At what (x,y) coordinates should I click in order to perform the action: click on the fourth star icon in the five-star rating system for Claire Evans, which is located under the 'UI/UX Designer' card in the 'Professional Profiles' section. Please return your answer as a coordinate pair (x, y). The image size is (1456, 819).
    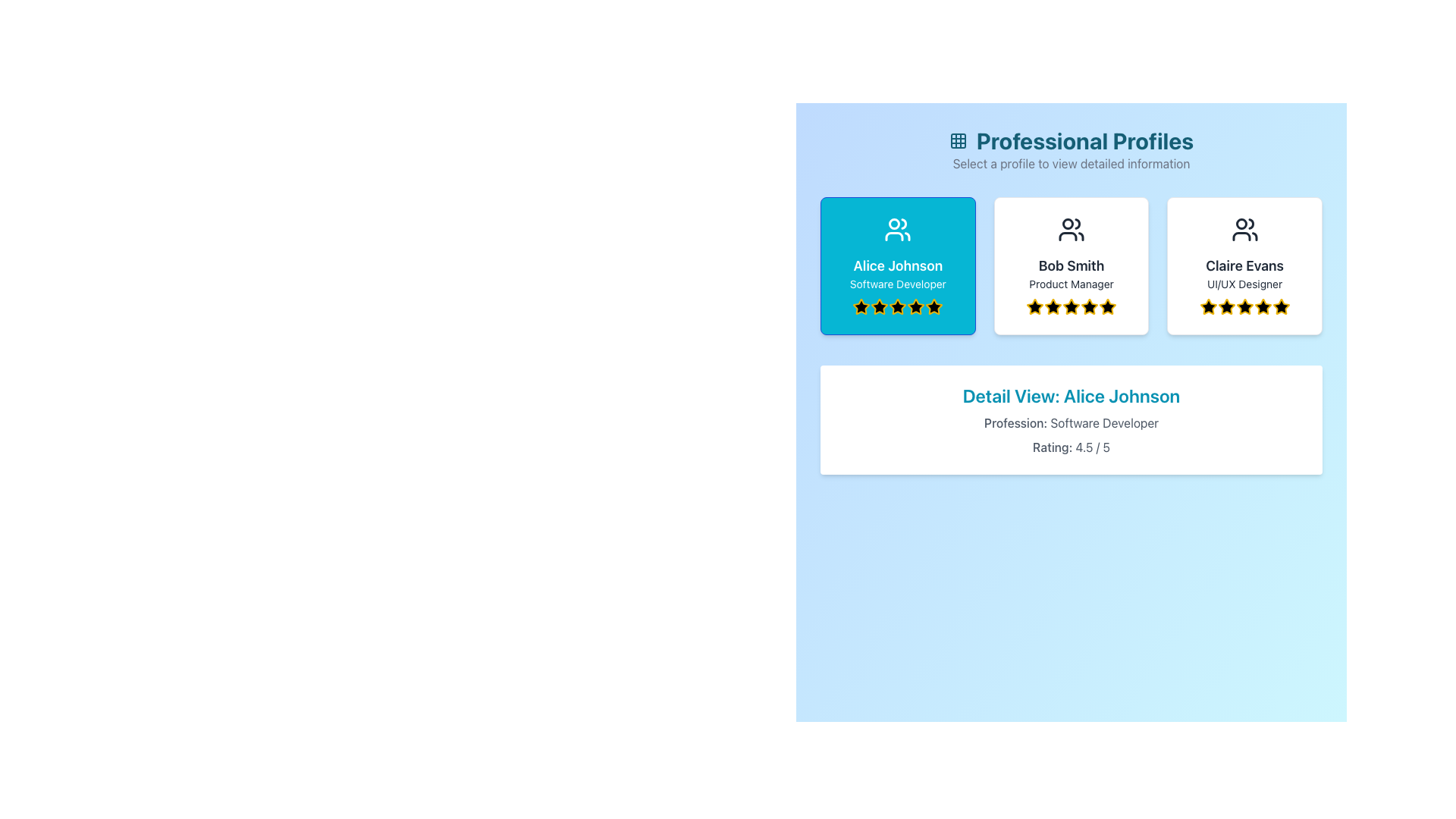
    Looking at the image, I should click on (1244, 307).